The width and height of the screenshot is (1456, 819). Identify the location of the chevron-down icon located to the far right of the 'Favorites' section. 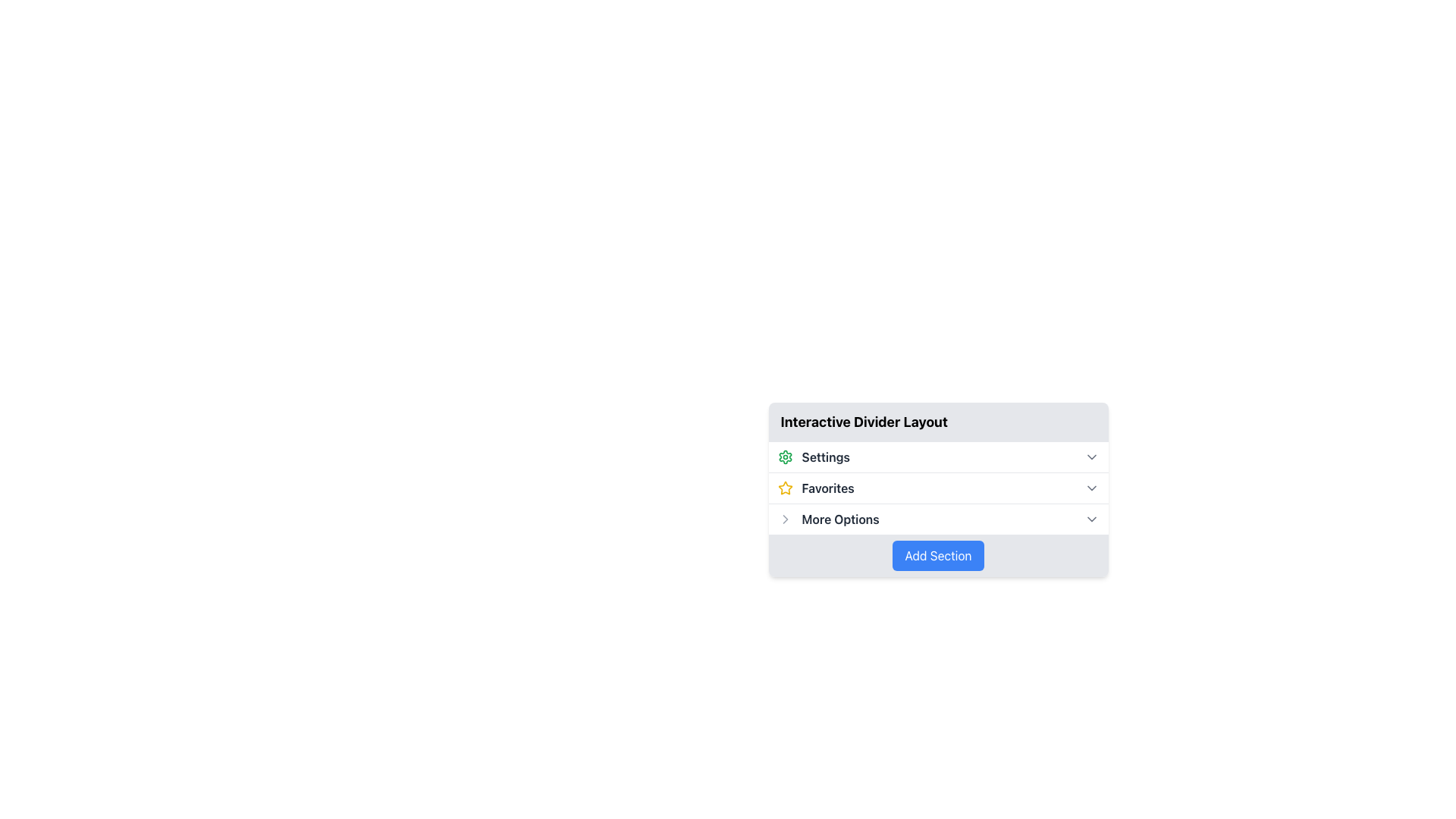
(1090, 488).